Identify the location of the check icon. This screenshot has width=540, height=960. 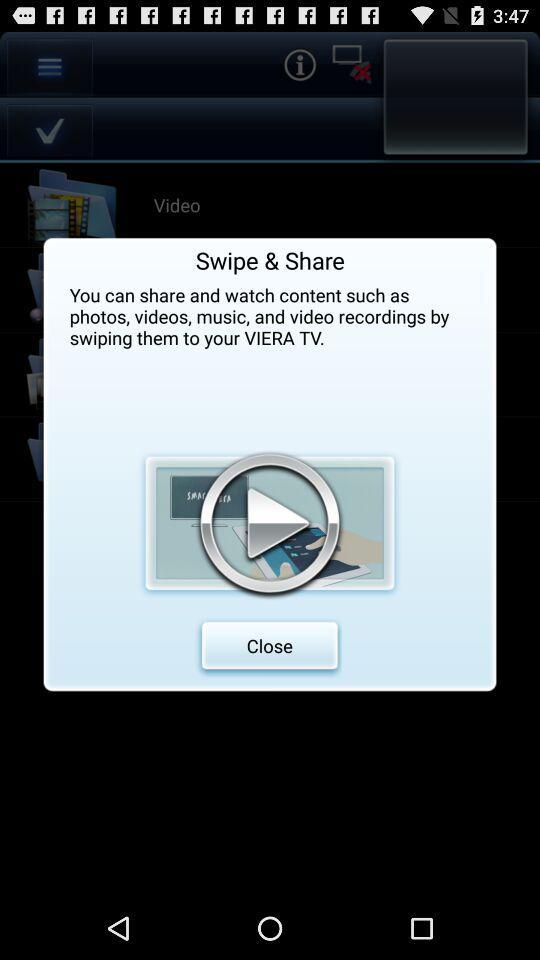
(50, 138).